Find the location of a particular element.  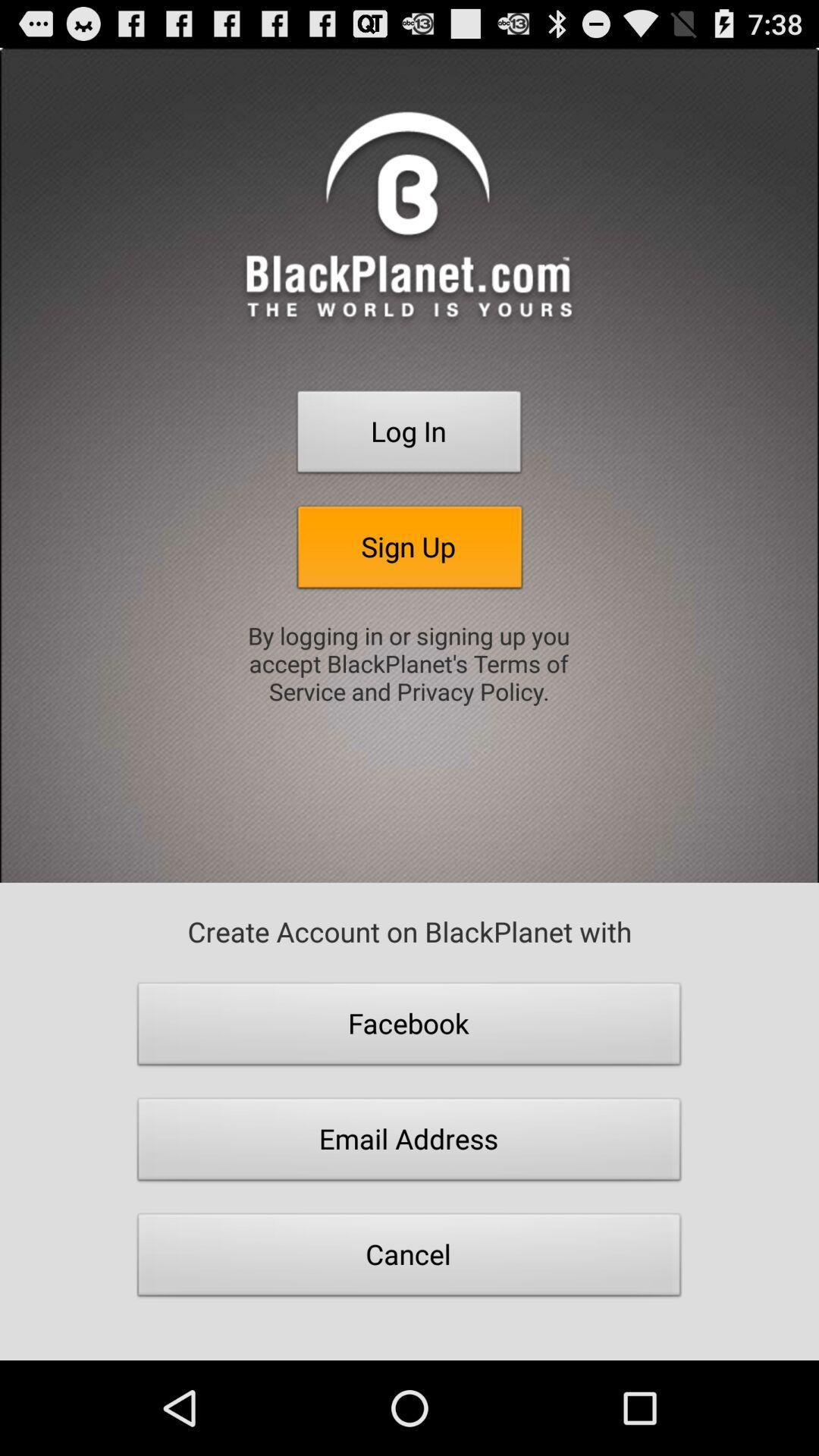

button above sign up item is located at coordinates (409, 435).